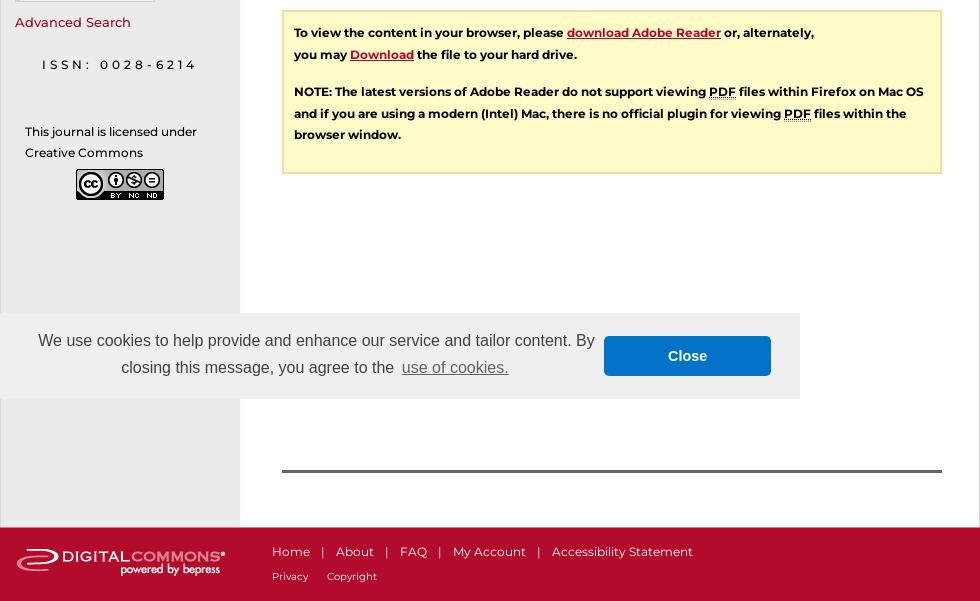 Image resolution: width=980 pixels, height=601 pixels. Describe the element at coordinates (294, 123) in the screenshot. I see `'files within the browser window.'` at that location.